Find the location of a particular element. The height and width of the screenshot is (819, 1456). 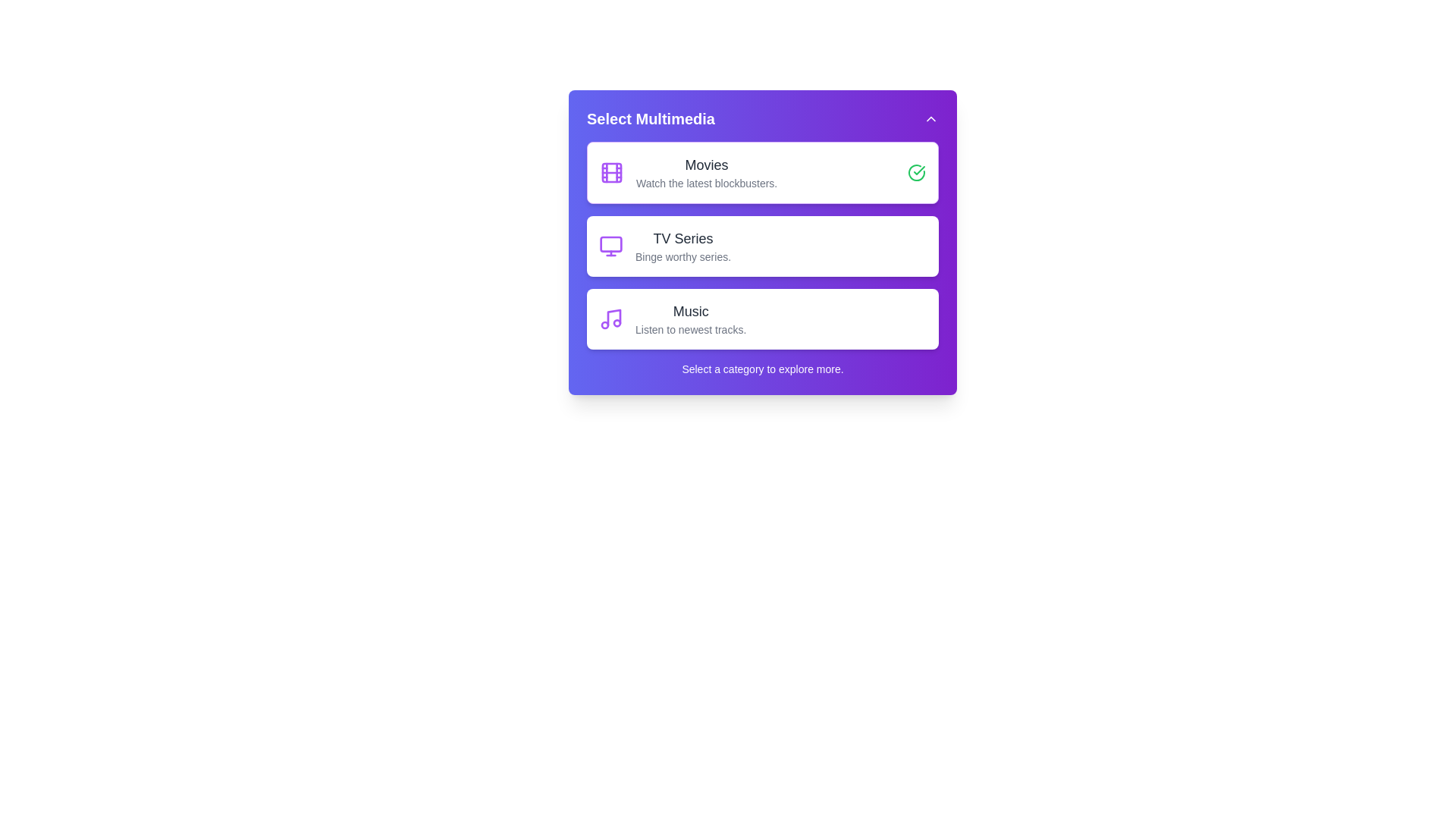

the icon representing the category Movies is located at coordinates (611, 171).